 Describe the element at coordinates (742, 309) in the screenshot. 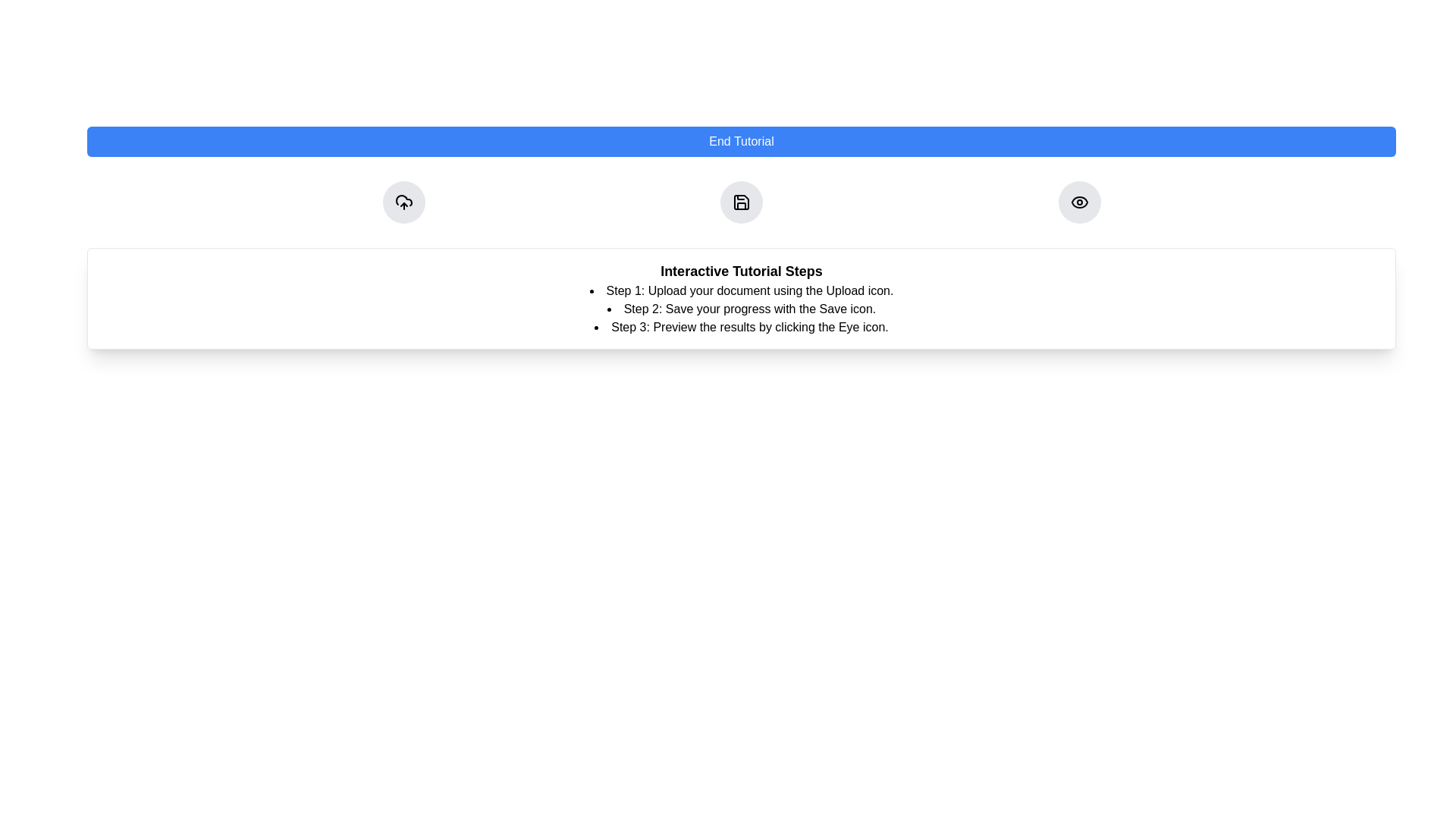

I see `the bulleted informational list containing the tutorial steps labeled 'Step 1', 'Step 2', and 'Step 3', which is located in the 'Interactive Tutorial Steps' section` at that location.